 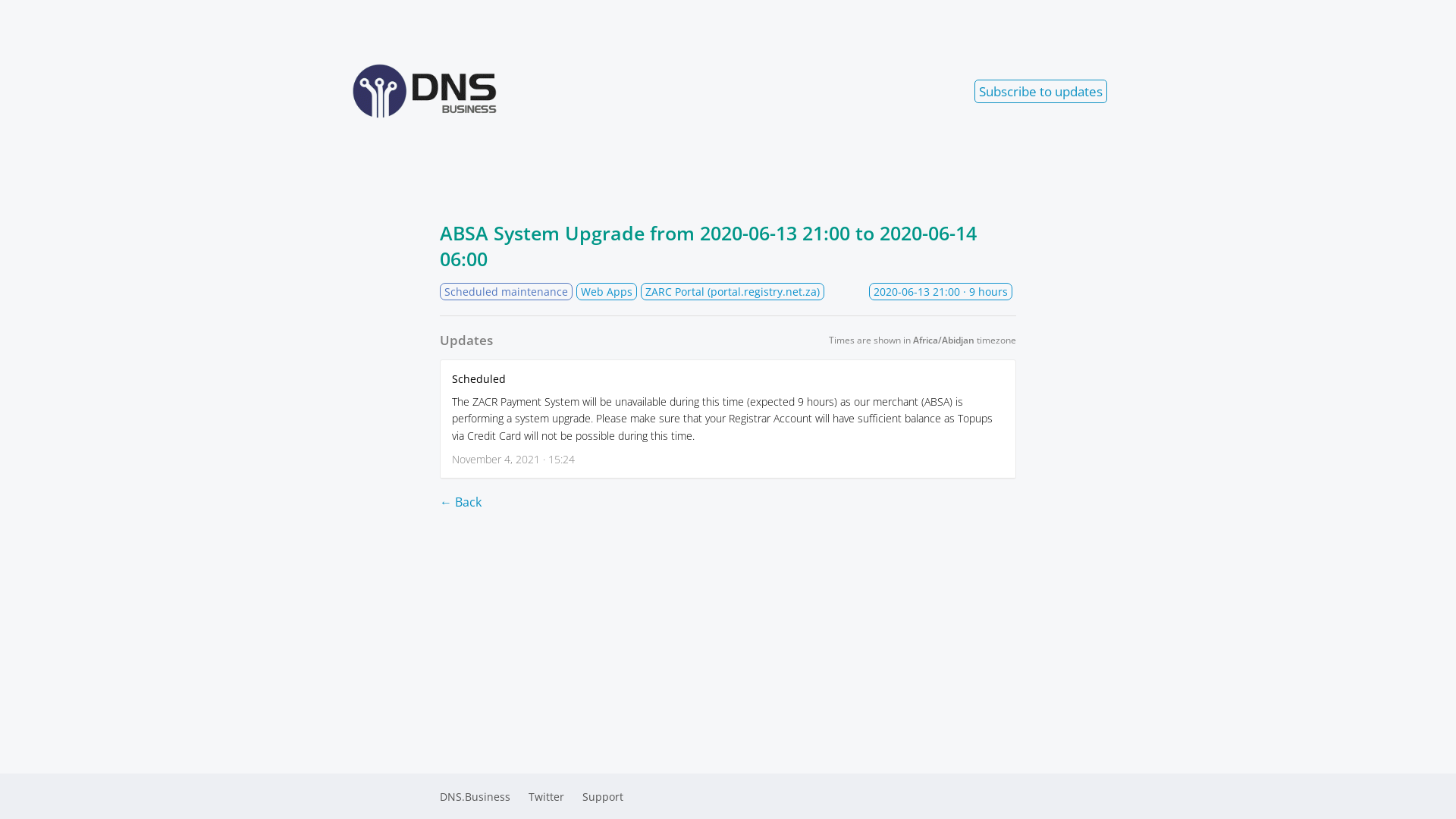 What do you see at coordinates (450, 378) in the screenshot?
I see `'Scheduled'` at bounding box center [450, 378].